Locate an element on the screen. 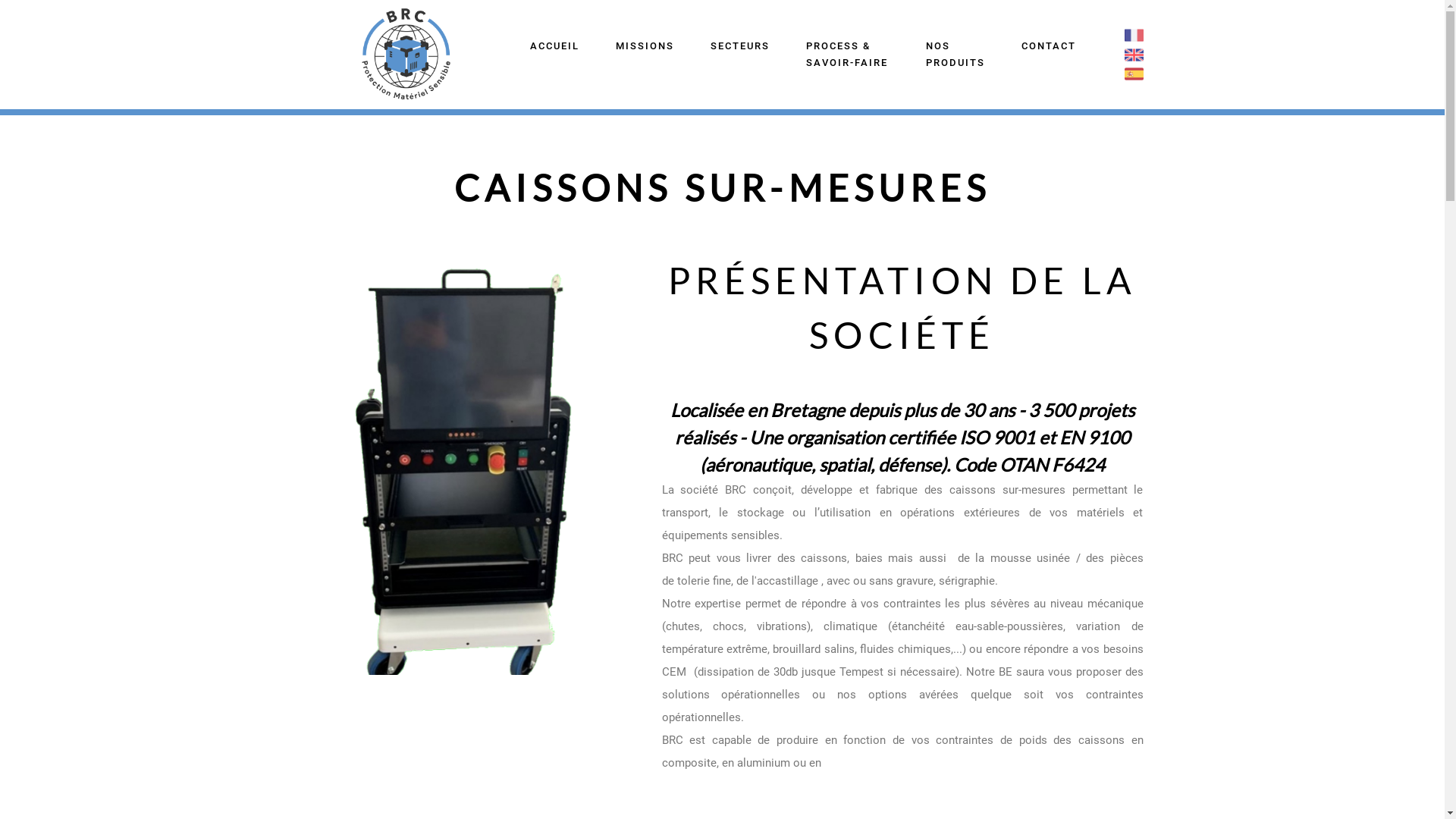 This screenshot has width=1456, height=819. 'PROCESS & SAVOIR-FAIRE' is located at coordinates (847, 54).